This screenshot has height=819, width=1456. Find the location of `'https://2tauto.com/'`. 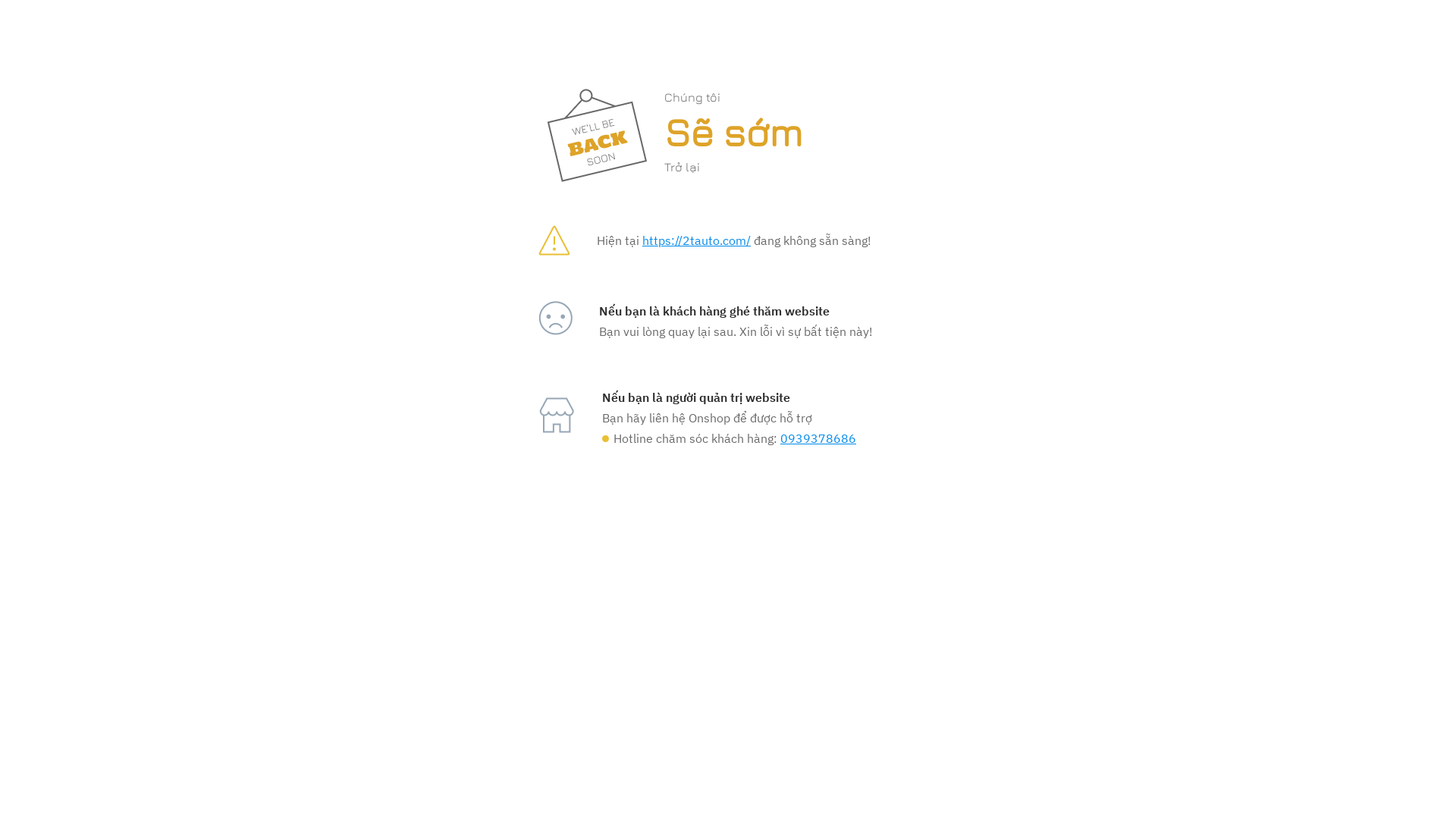

'https://2tauto.com/' is located at coordinates (642, 239).